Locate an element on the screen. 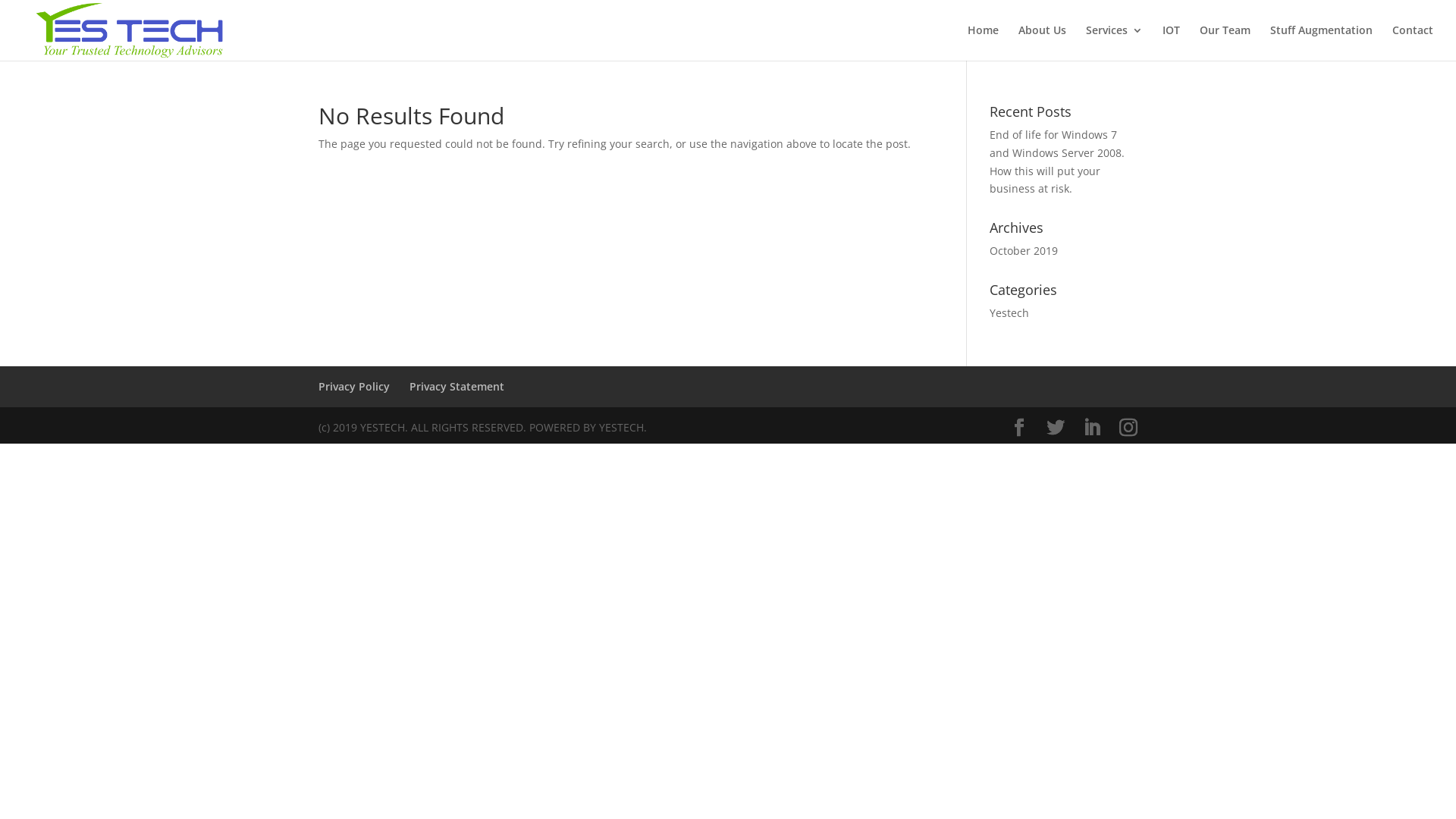 This screenshot has width=1456, height=819. 'Yestech' is located at coordinates (990, 312).